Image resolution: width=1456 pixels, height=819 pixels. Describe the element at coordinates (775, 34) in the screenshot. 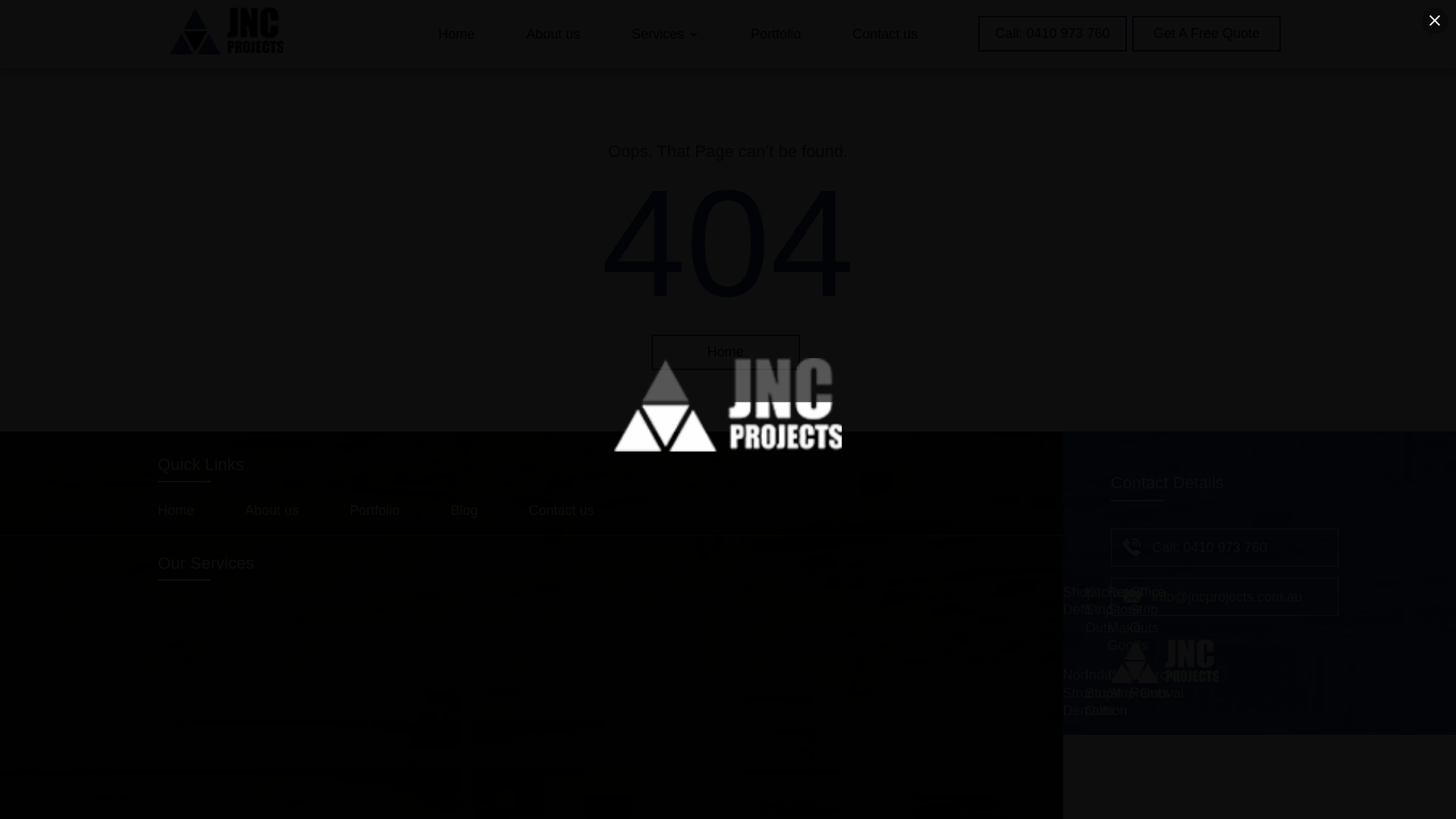

I see `'Portfolio'` at that location.